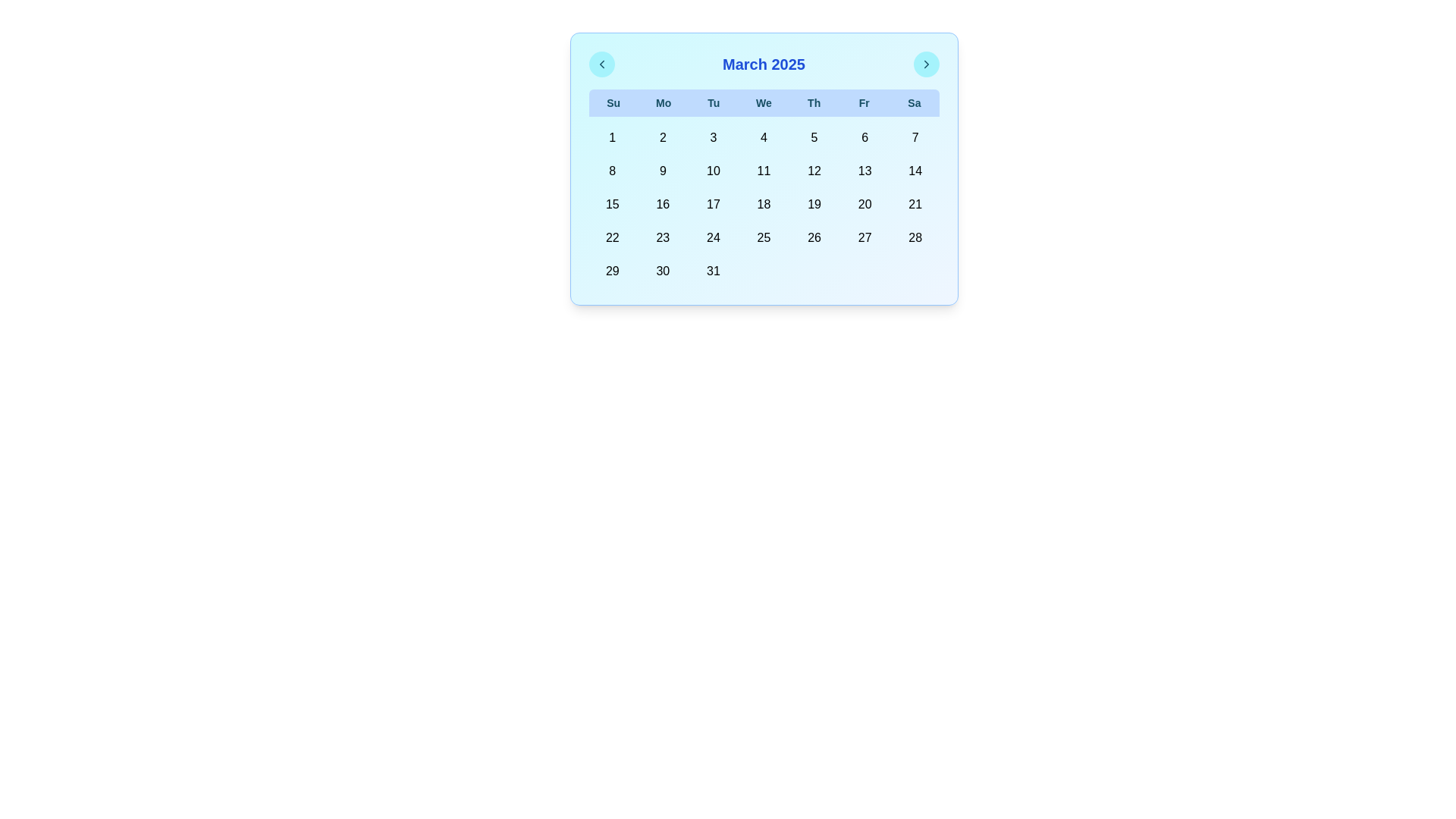 The width and height of the screenshot is (1456, 819). Describe the element at coordinates (712, 171) in the screenshot. I see `the button displaying the date '10' in the calendar for March 2025` at that location.